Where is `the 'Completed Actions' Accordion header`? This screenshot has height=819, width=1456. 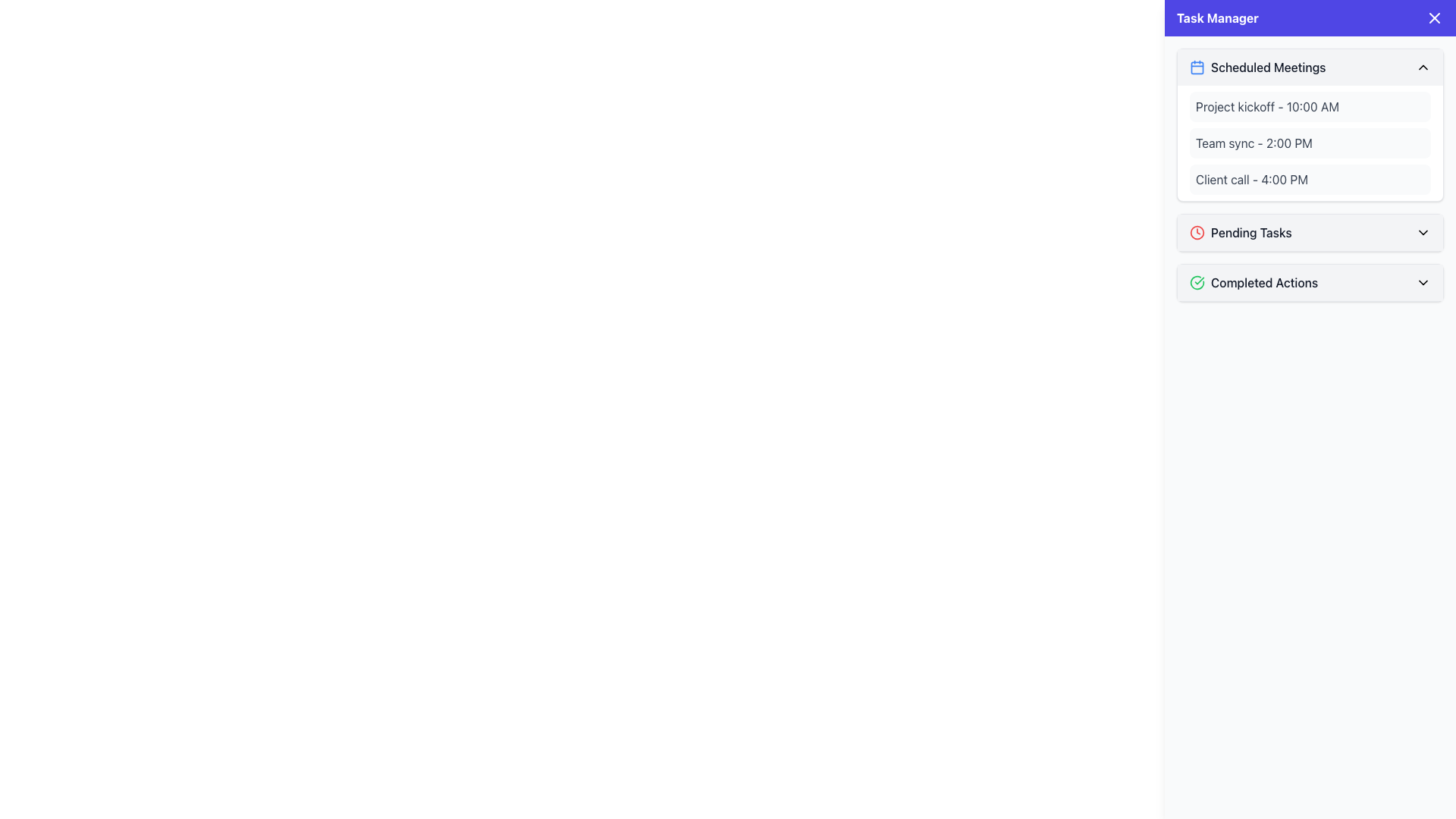
the 'Completed Actions' Accordion header is located at coordinates (1310, 283).